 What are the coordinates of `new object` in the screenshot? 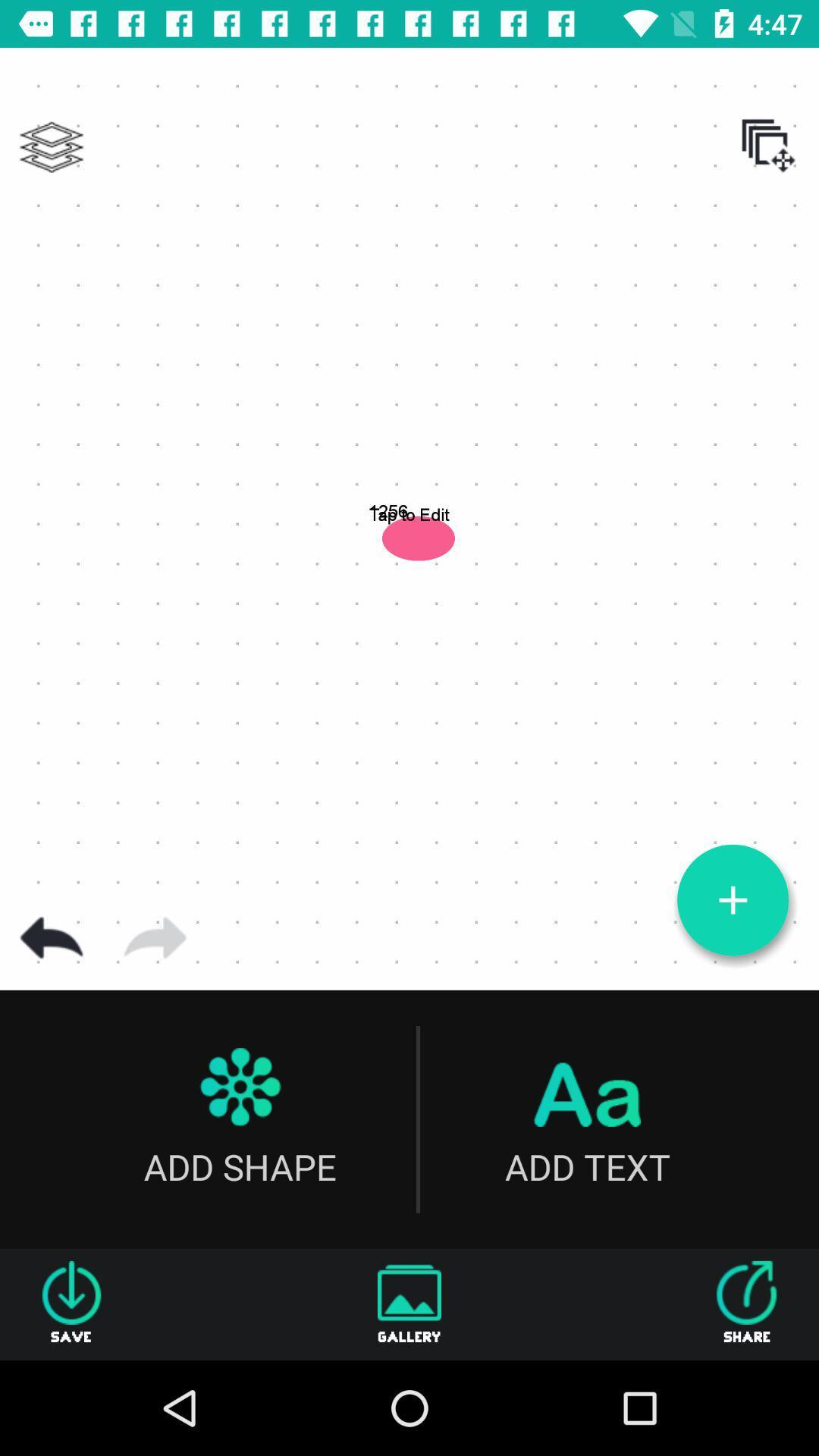 It's located at (732, 900).